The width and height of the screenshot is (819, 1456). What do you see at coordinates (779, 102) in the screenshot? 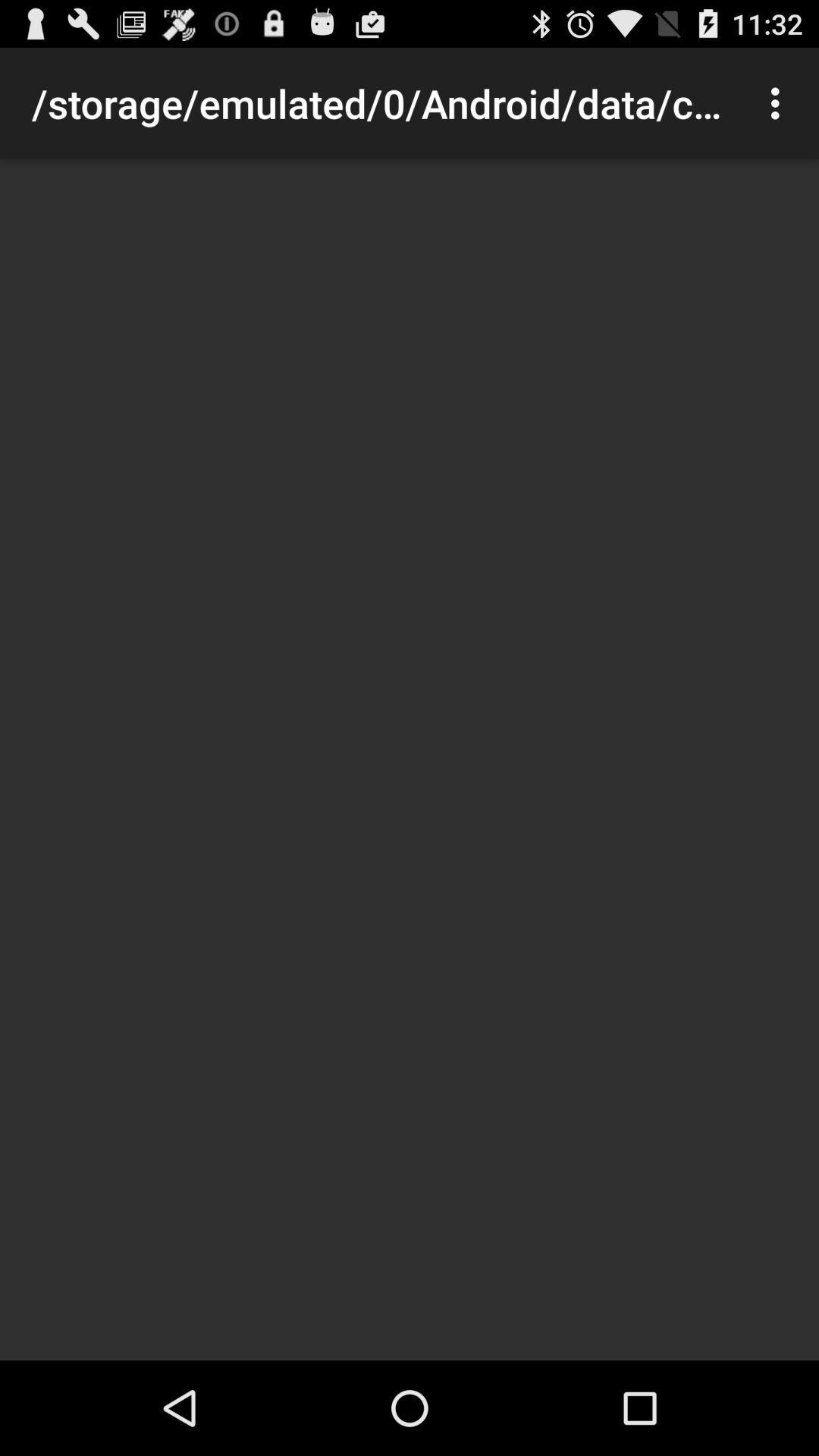
I see `item next to storage emulated 0 item` at bounding box center [779, 102].